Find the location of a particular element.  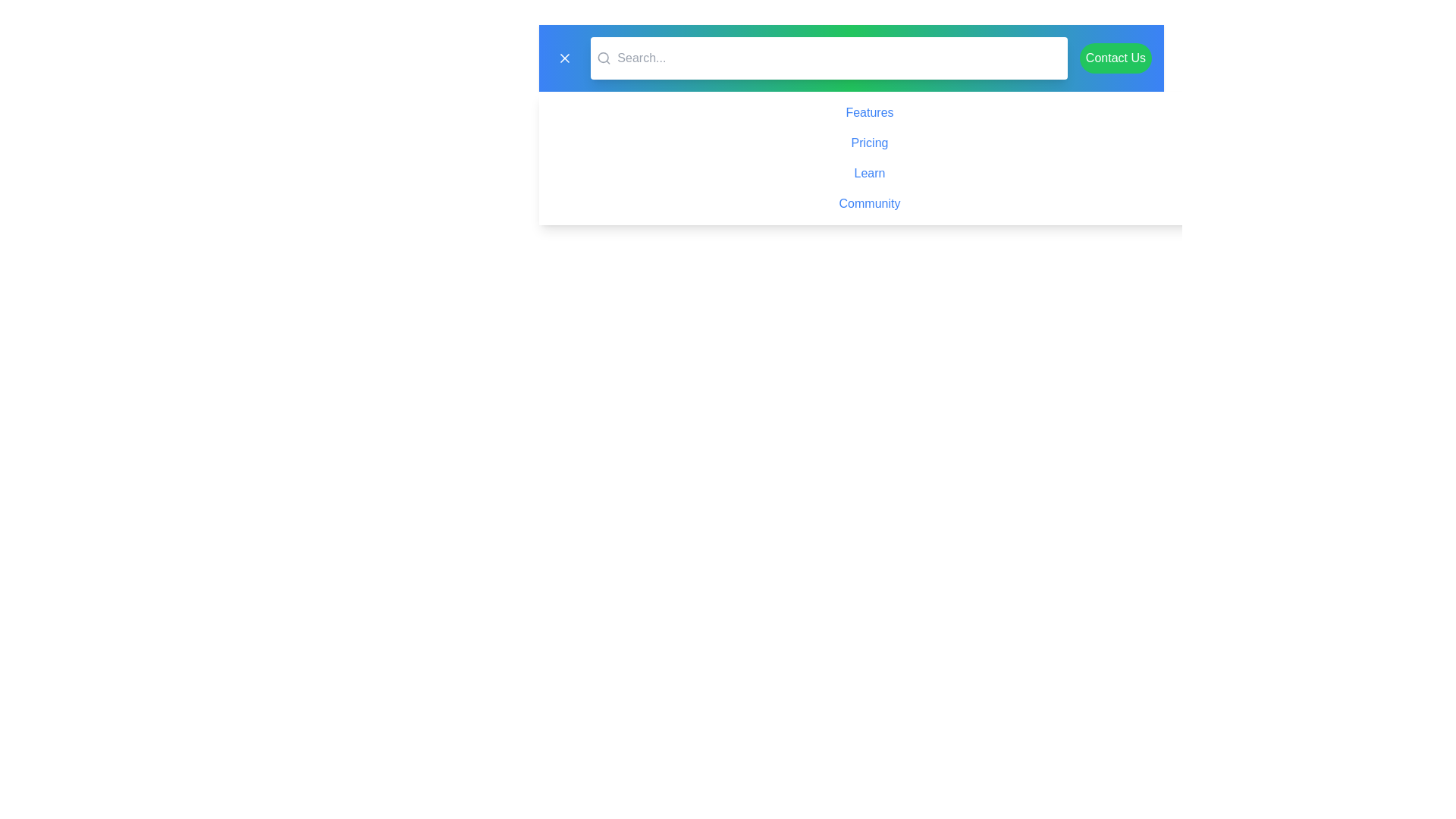

the 'Learn' hyperlink, which is the third item in the vertical list of navigational links, positioned between 'Pricing' and 'Community' is located at coordinates (870, 172).